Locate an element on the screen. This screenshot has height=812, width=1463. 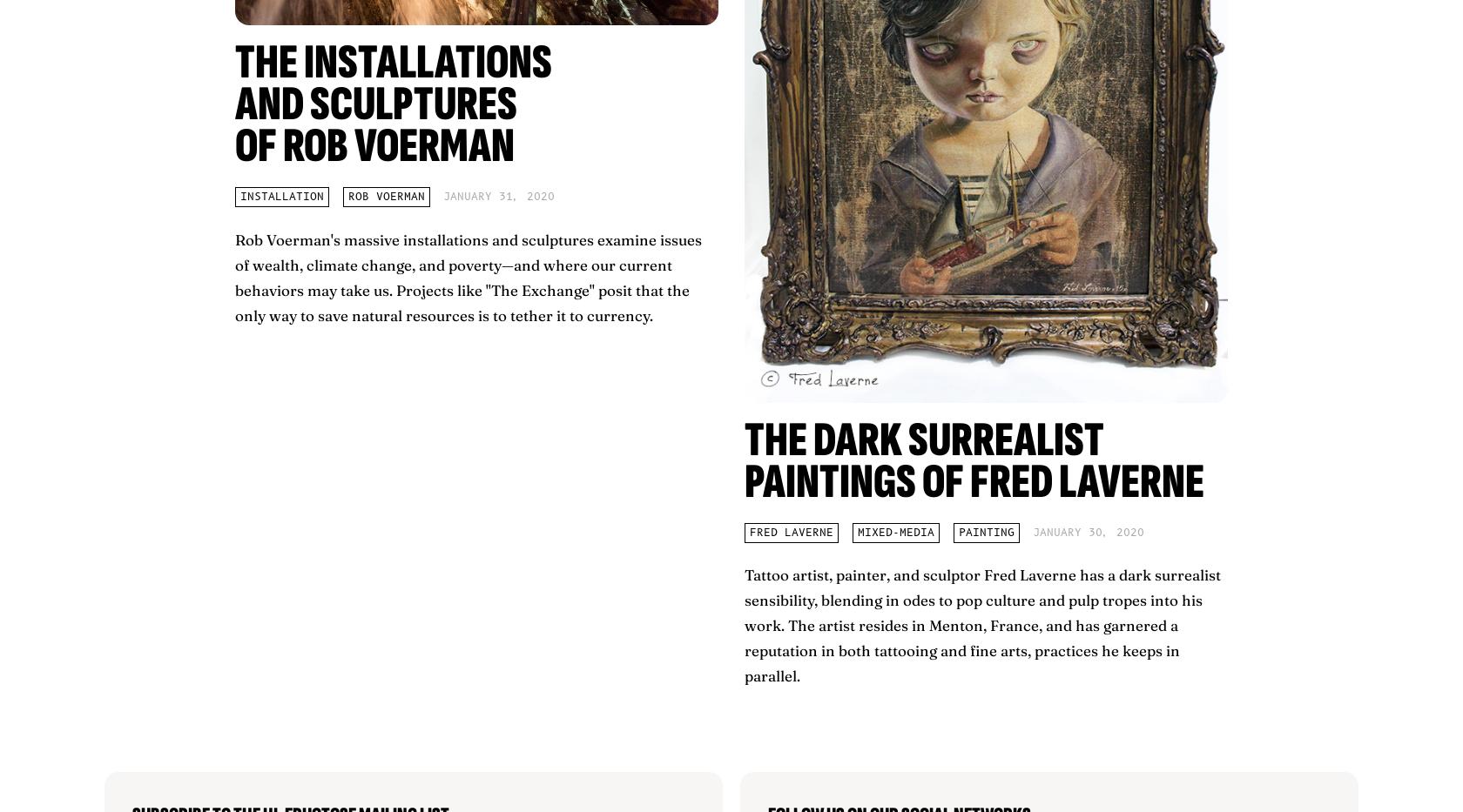
'painting' is located at coordinates (986, 532).